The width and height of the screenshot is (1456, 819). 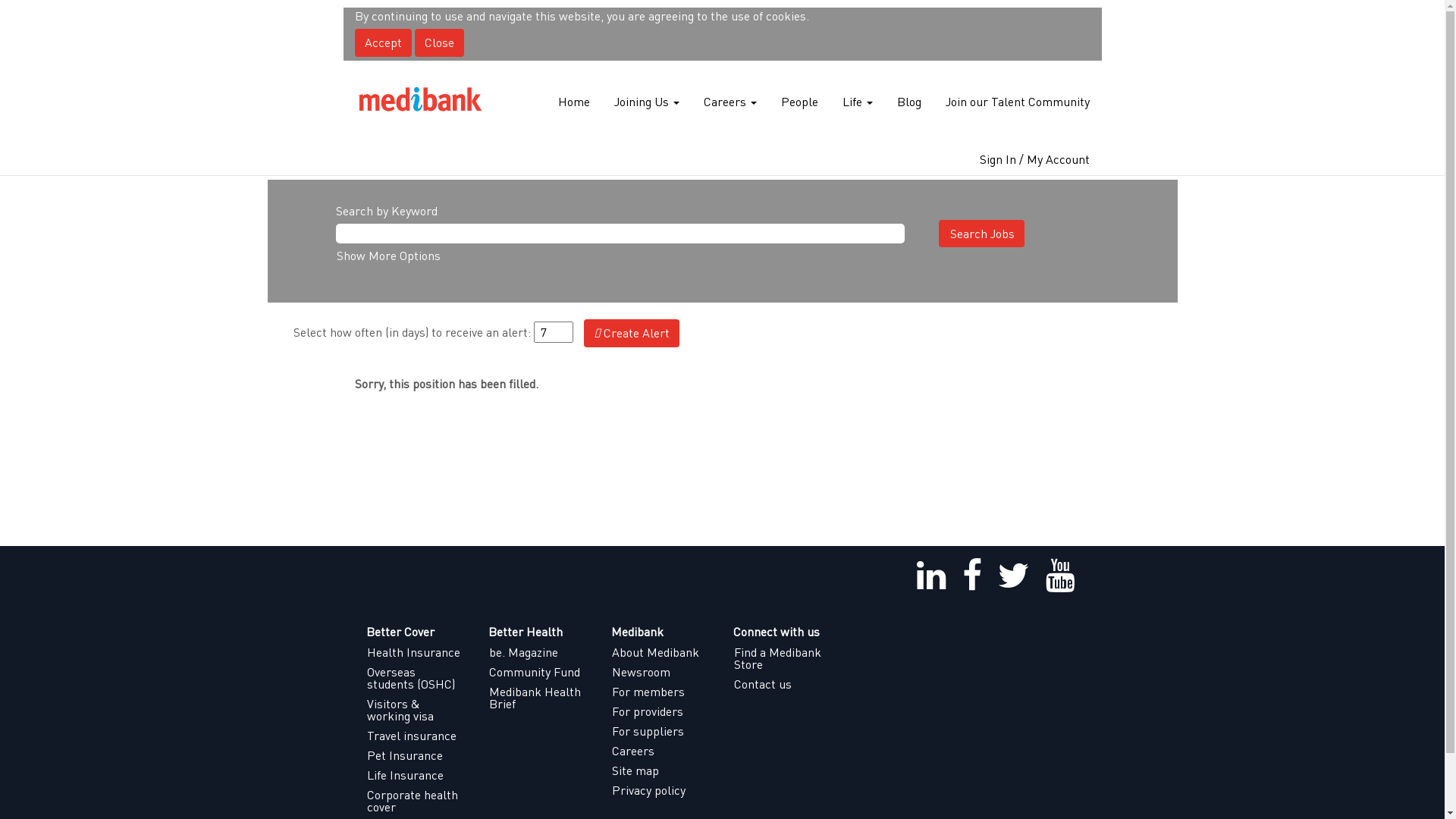 What do you see at coordinates (909, 102) in the screenshot?
I see `'Blog'` at bounding box center [909, 102].